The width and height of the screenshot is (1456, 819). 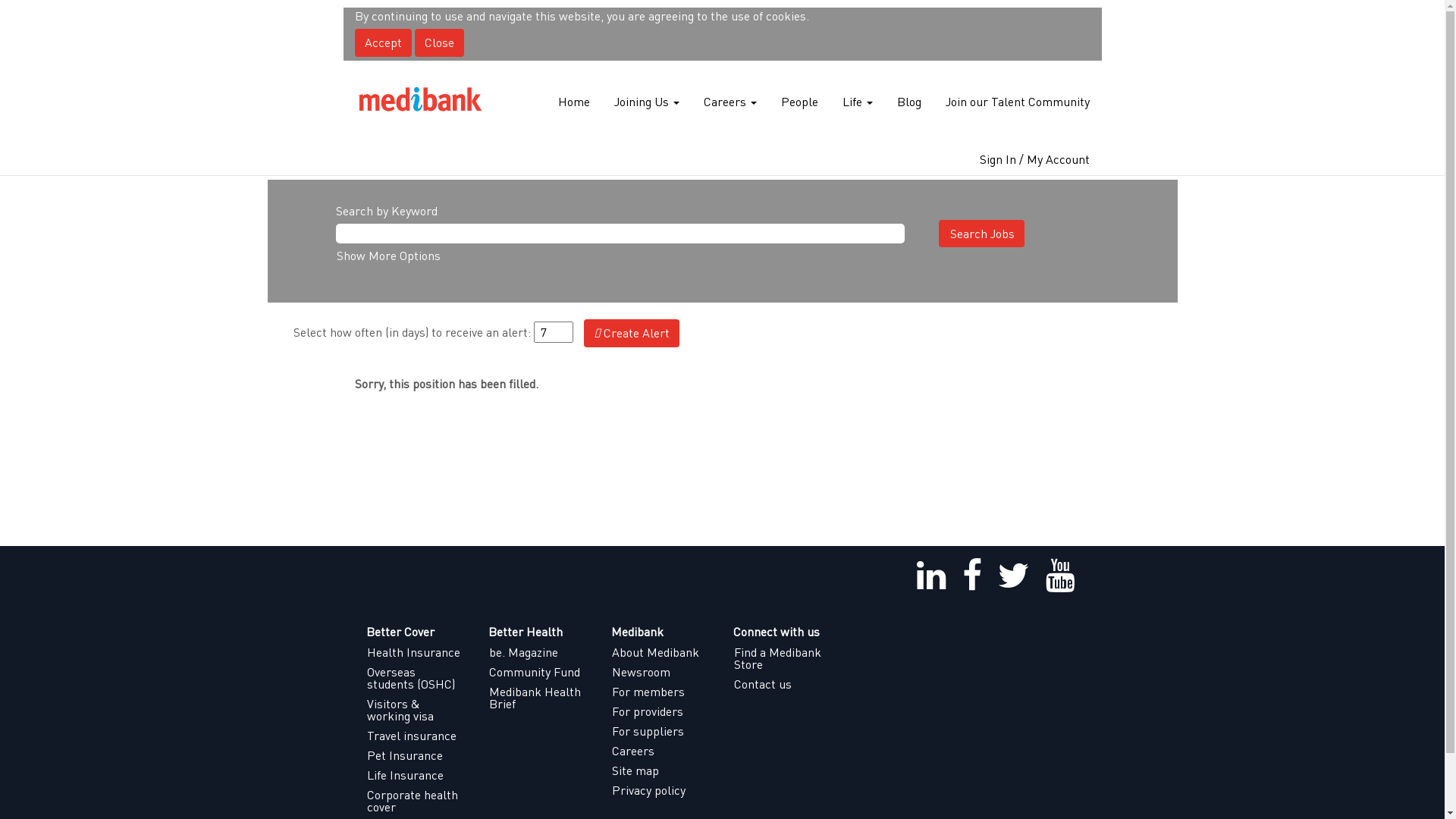 What do you see at coordinates (909, 102) in the screenshot?
I see `'Blog'` at bounding box center [909, 102].